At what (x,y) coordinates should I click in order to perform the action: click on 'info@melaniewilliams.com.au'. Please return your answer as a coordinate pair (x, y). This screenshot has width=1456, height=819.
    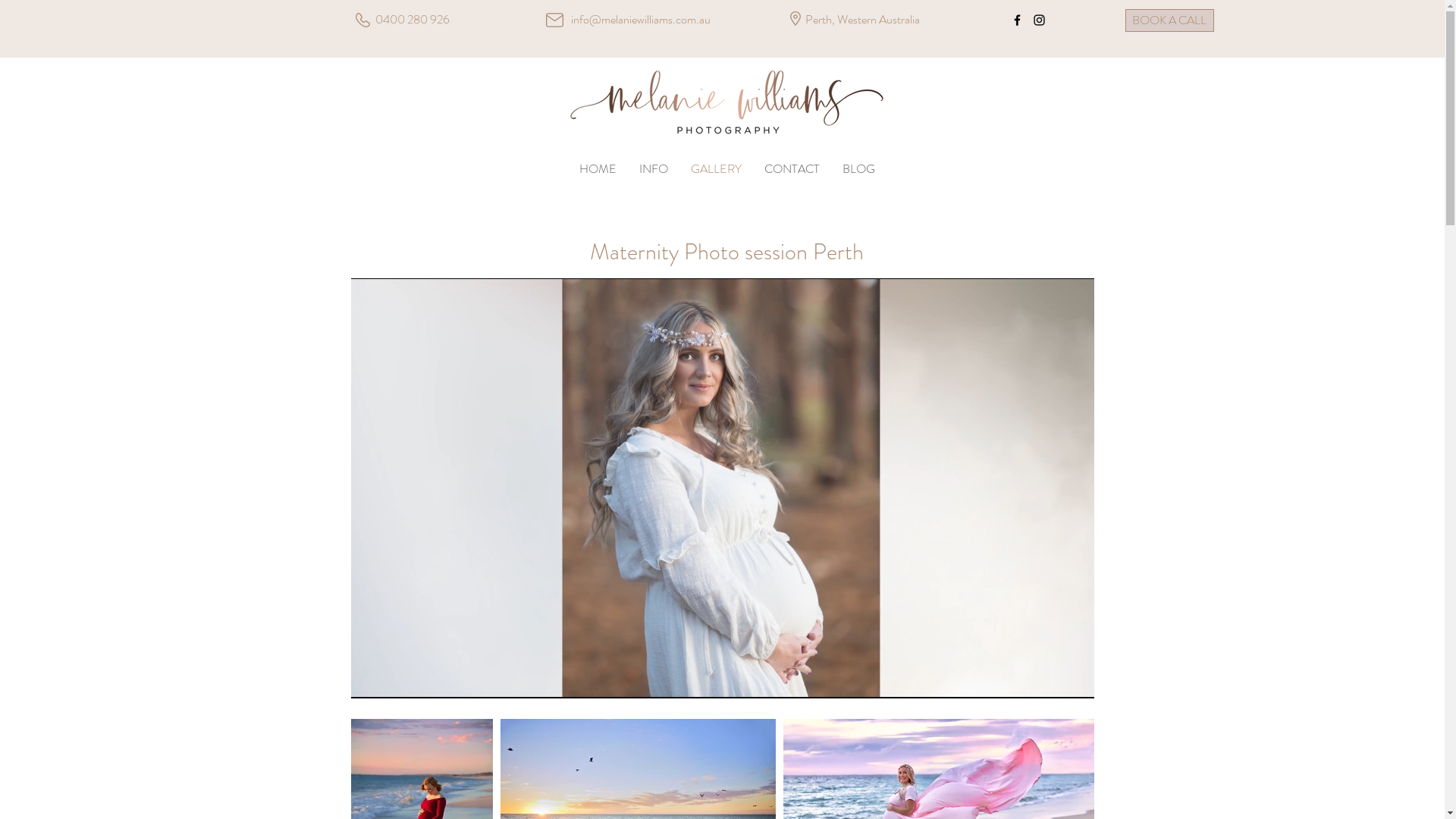
    Looking at the image, I should click on (640, 19).